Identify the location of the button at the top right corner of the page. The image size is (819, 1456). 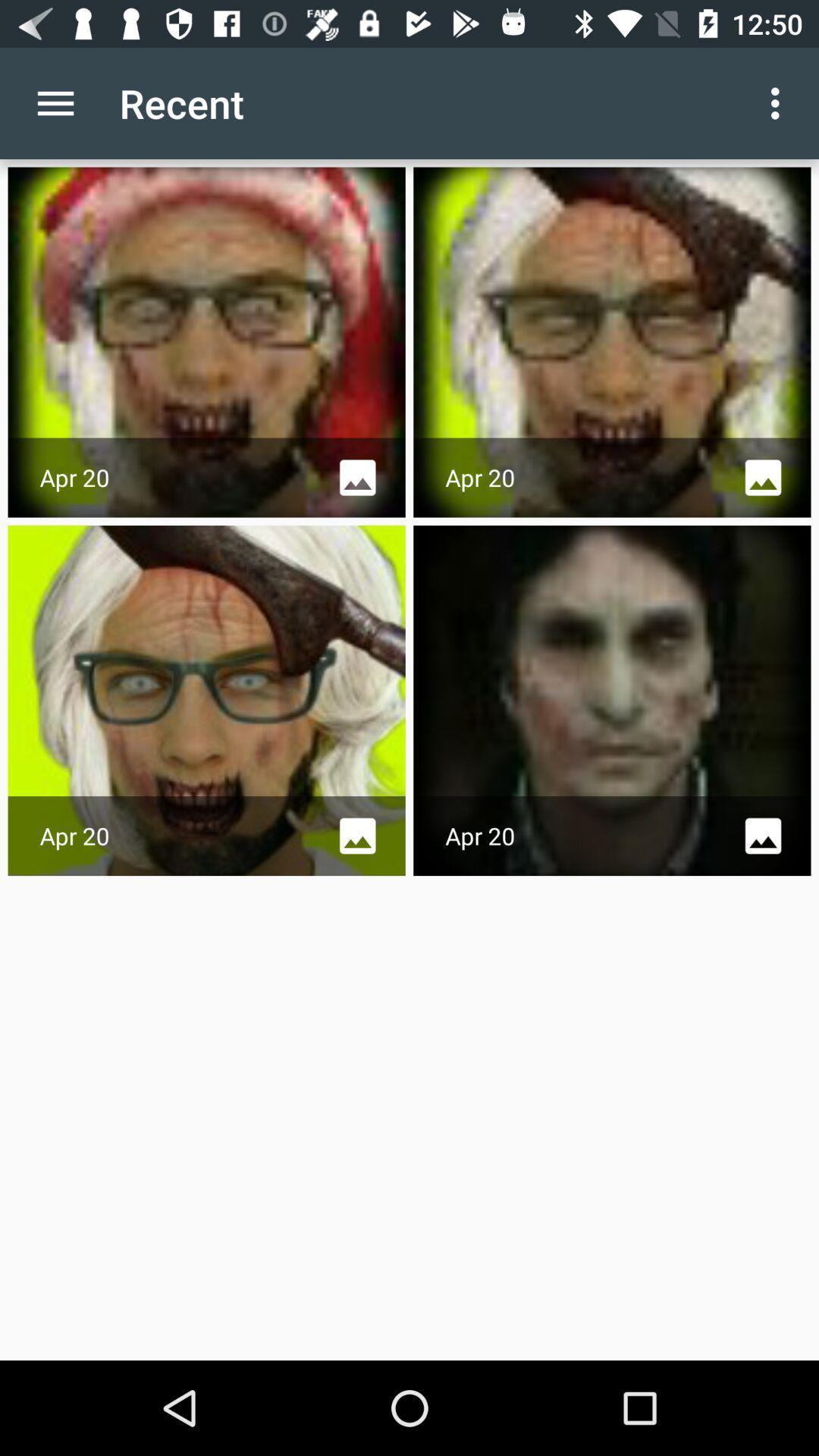
(779, 103).